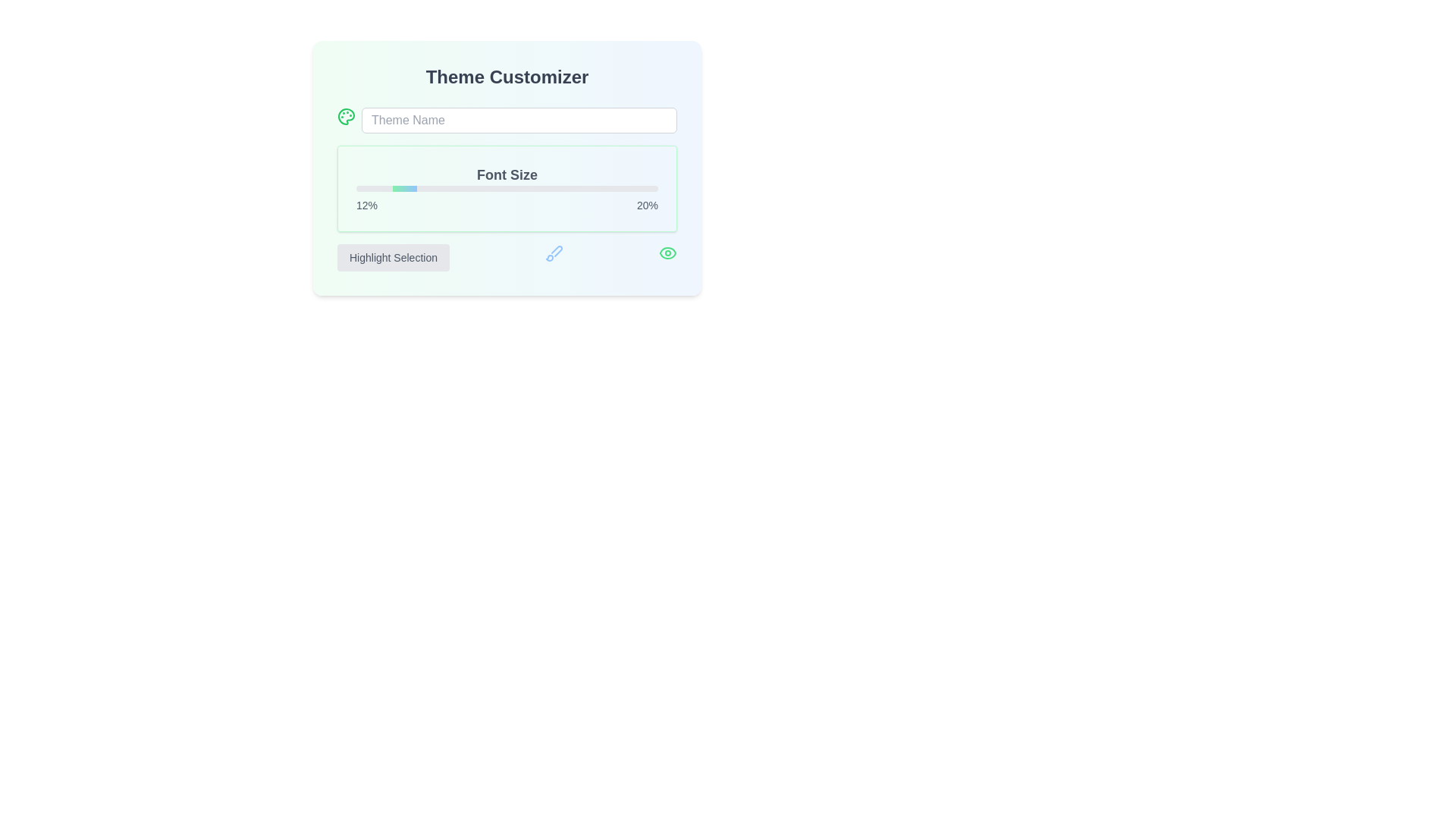 The image size is (1456, 819). Describe the element at coordinates (507, 77) in the screenshot. I see `title text at the top center of the theme customization tool interface to understand its purpose` at that location.